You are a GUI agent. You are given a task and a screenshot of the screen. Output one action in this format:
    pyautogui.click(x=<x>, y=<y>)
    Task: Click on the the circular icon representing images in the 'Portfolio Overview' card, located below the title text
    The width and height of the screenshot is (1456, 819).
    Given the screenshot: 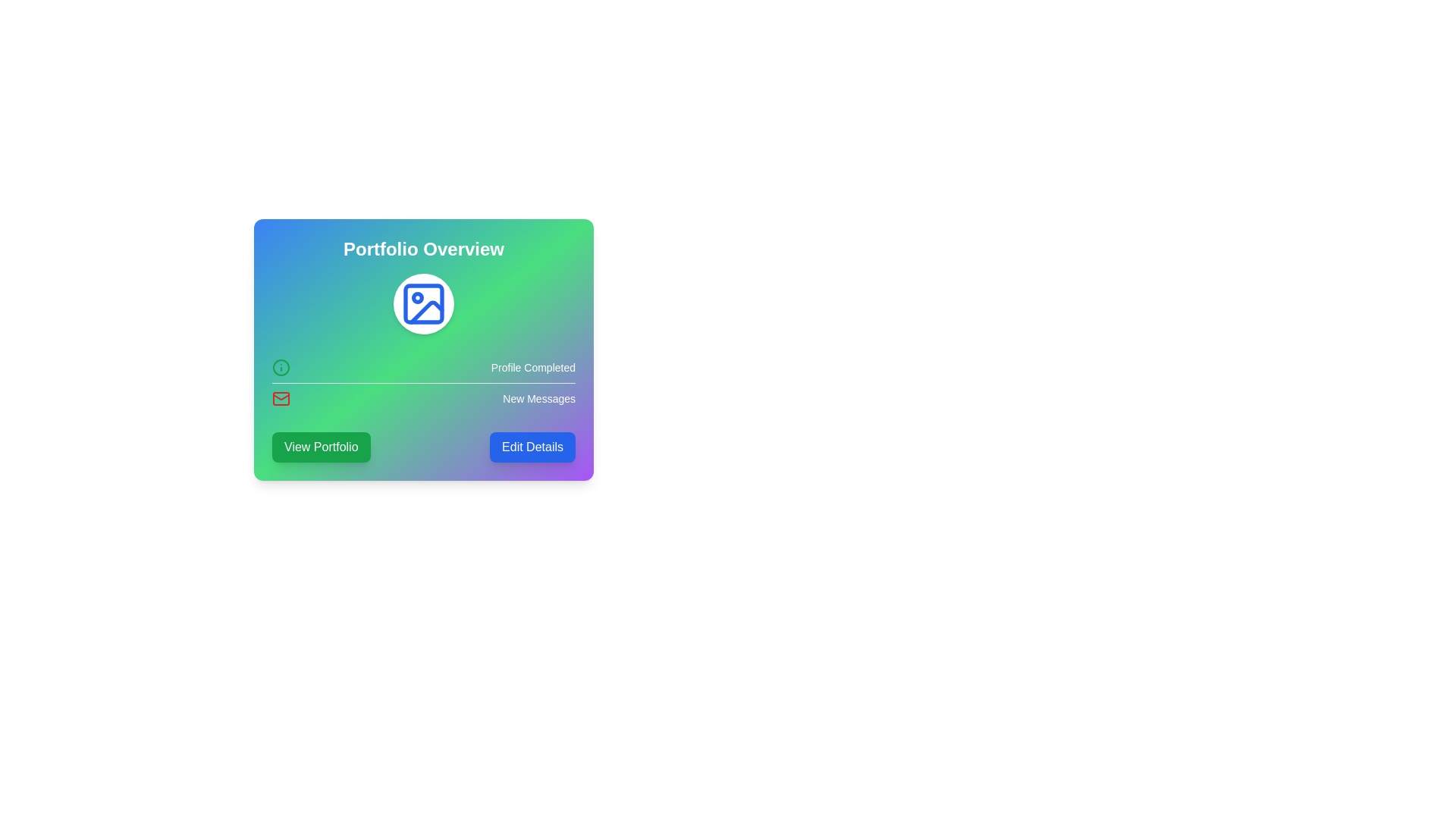 What is the action you would take?
    pyautogui.click(x=423, y=304)
    